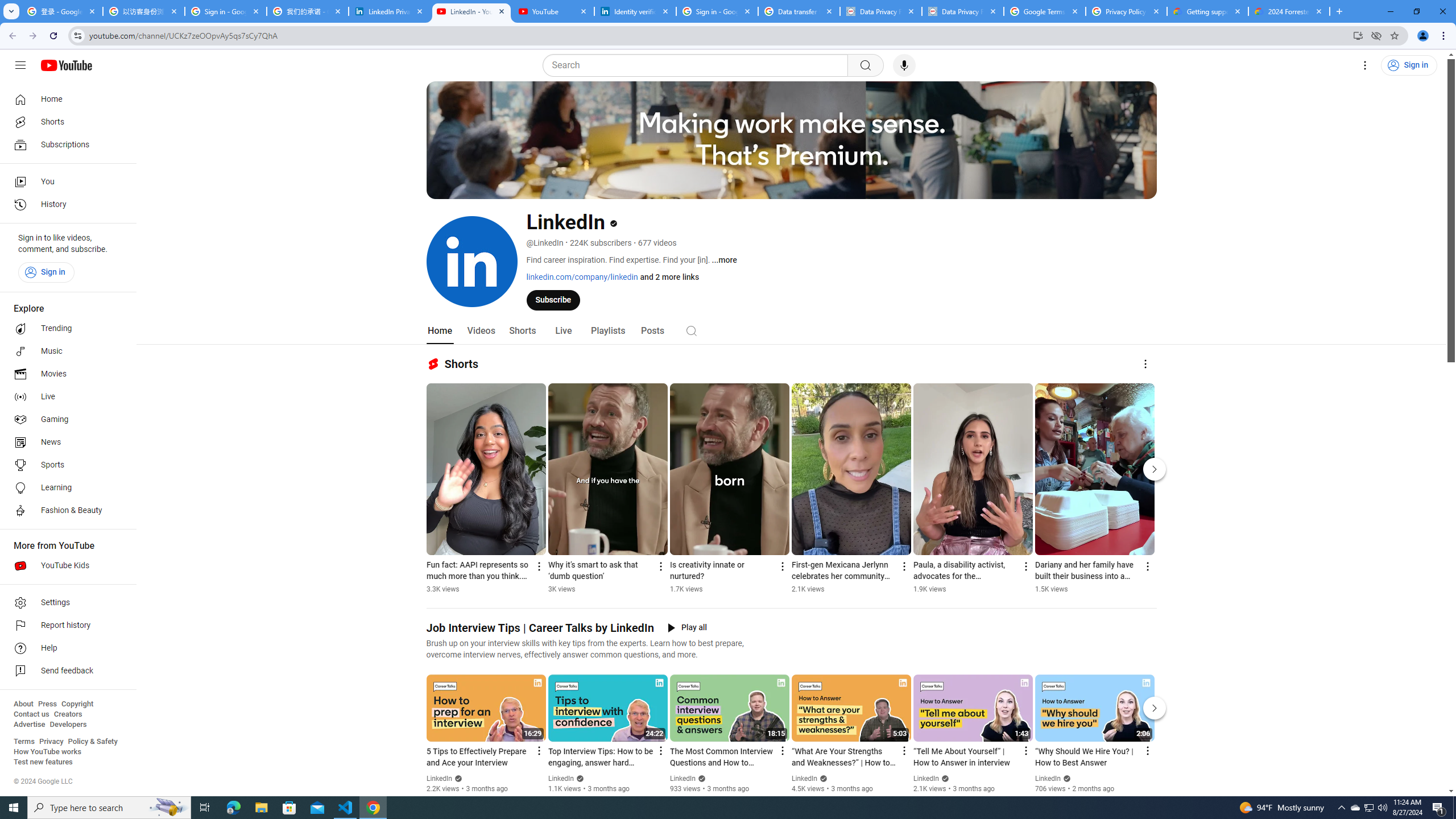 The image size is (1456, 819). I want to click on 'Guide', so click(19, 65).